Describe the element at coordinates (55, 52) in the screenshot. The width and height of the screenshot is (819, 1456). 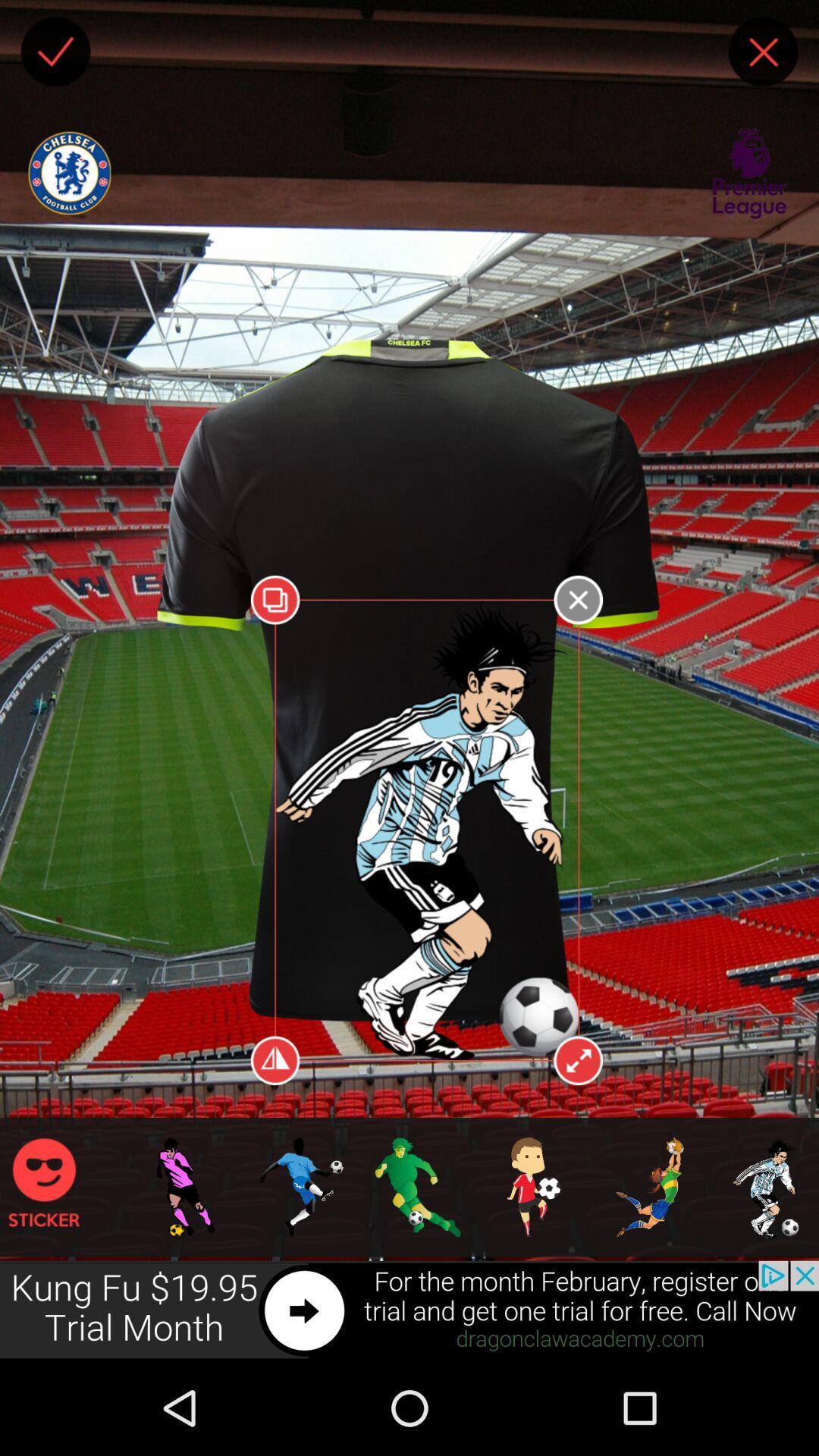
I see `item` at that location.